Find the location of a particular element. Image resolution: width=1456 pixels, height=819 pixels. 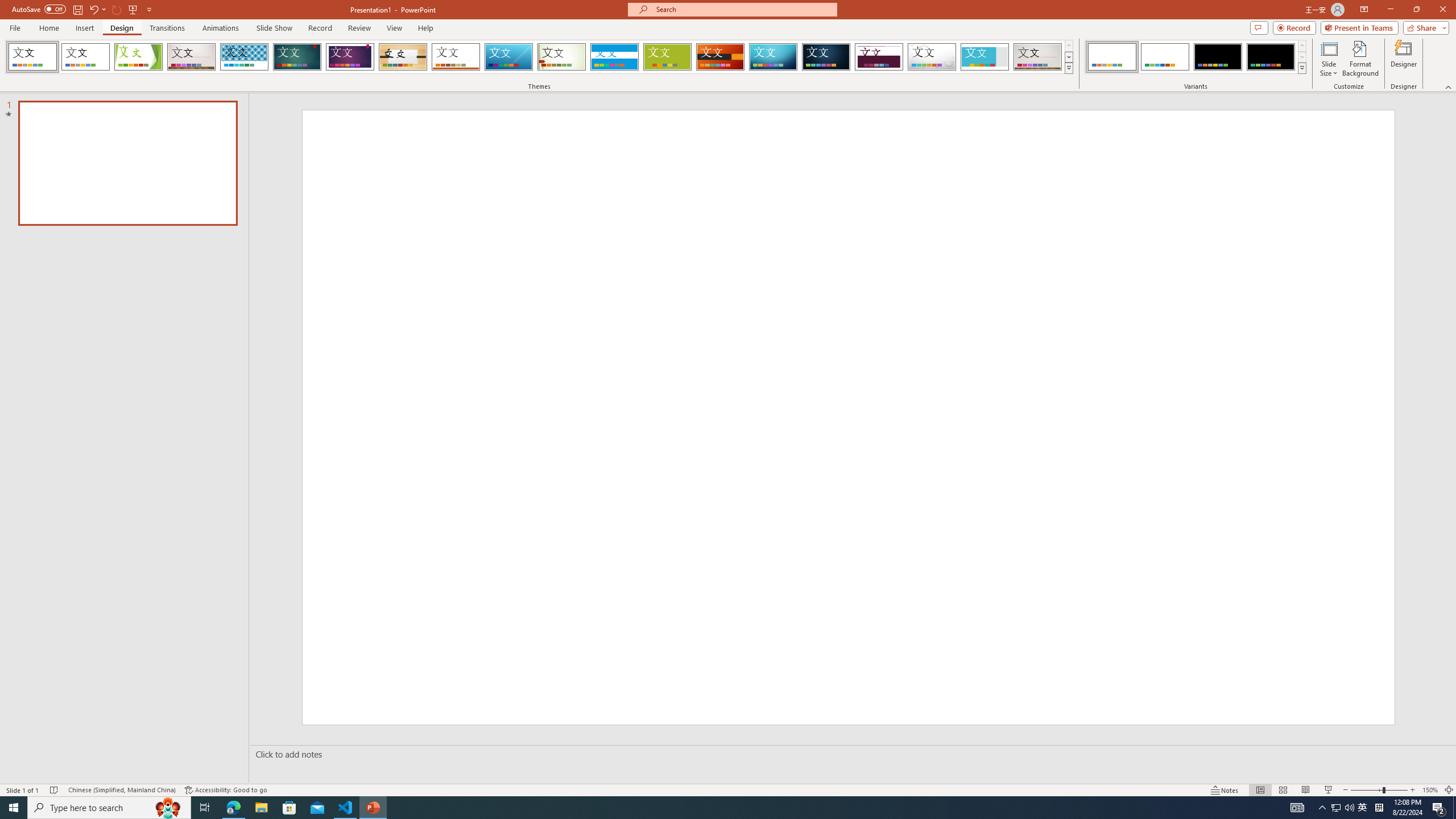

'Basis Loading Preview...' is located at coordinates (667, 56).